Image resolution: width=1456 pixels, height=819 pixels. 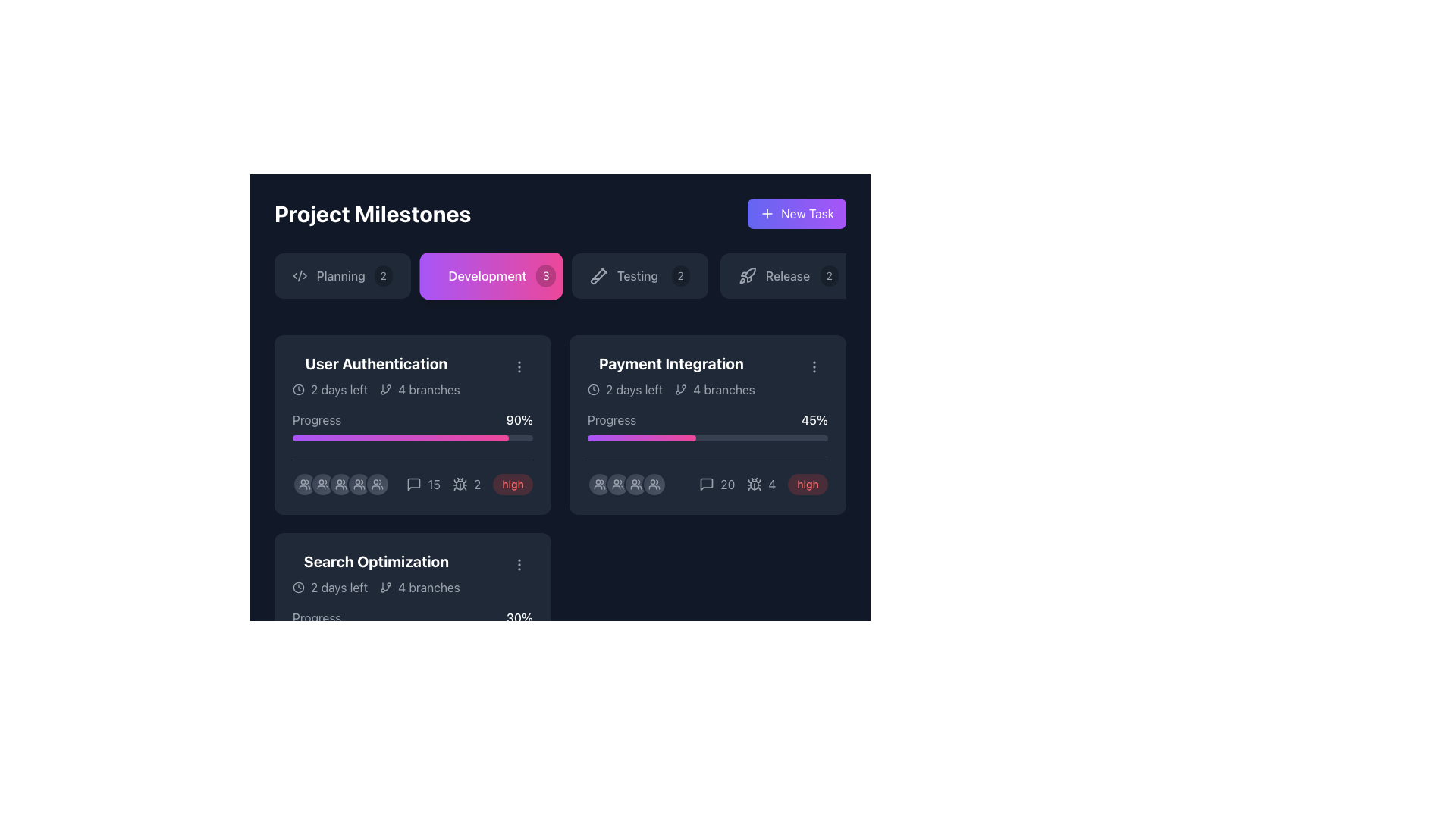 What do you see at coordinates (636, 485) in the screenshot?
I see `the fourth circular icon button with user silhouettes located below the 'Payment Integration' section` at bounding box center [636, 485].